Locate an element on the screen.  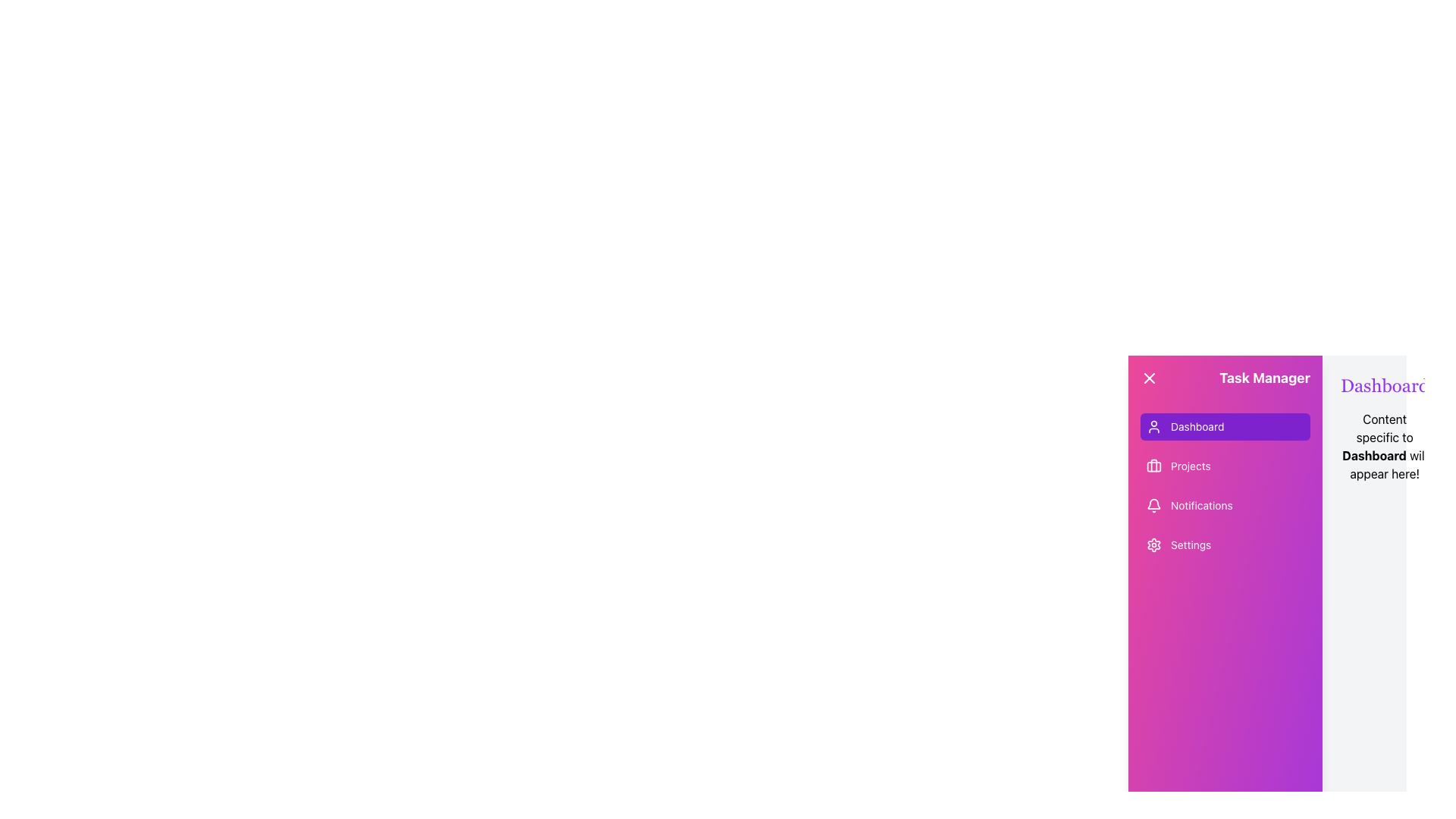
the 'Settings' text label in the navigation menu, which is positioned below 'Notifications' and aligned with a gear icon is located at coordinates (1190, 544).